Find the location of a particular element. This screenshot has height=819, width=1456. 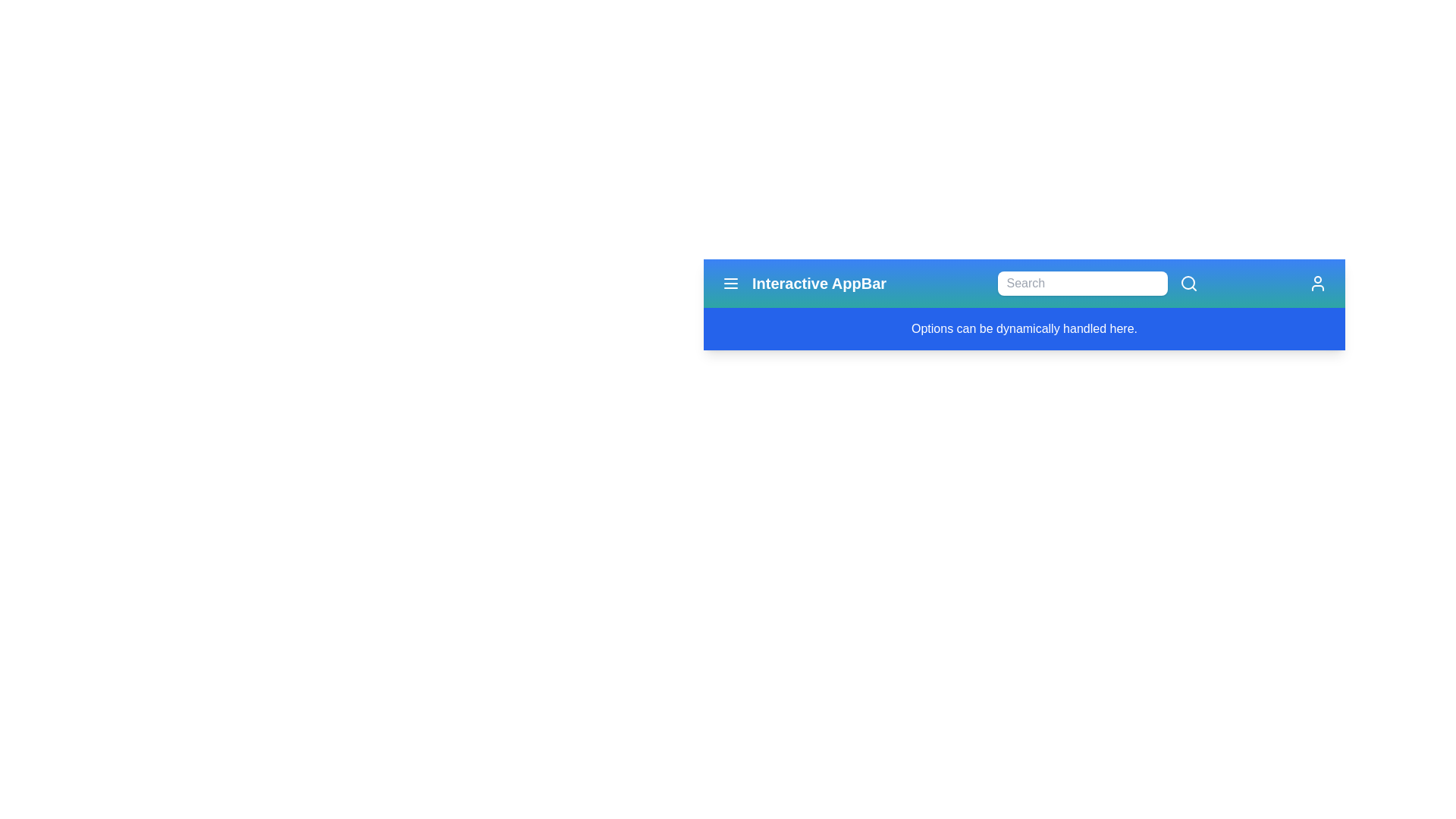

the user icon to access user options is located at coordinates (1316, 284).